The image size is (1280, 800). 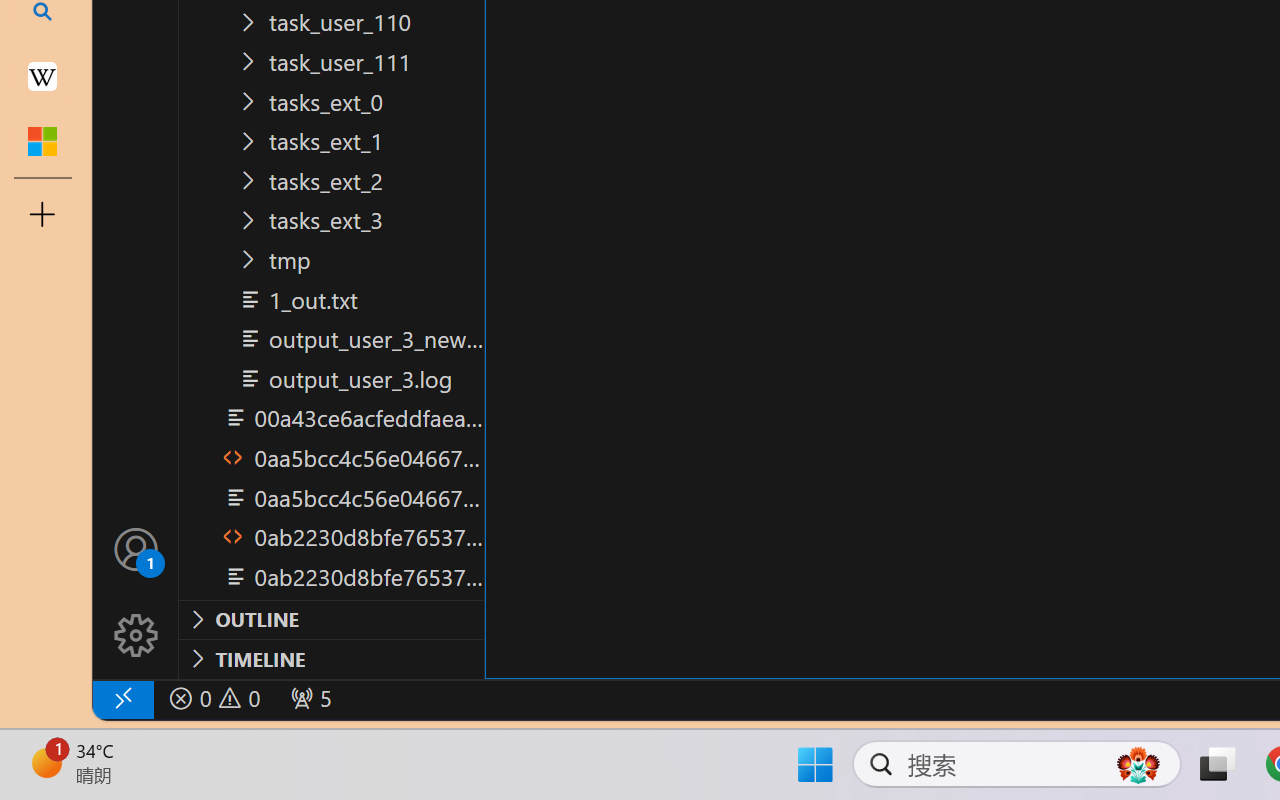 I want to click on 'remote', so click(x=121, y=698).